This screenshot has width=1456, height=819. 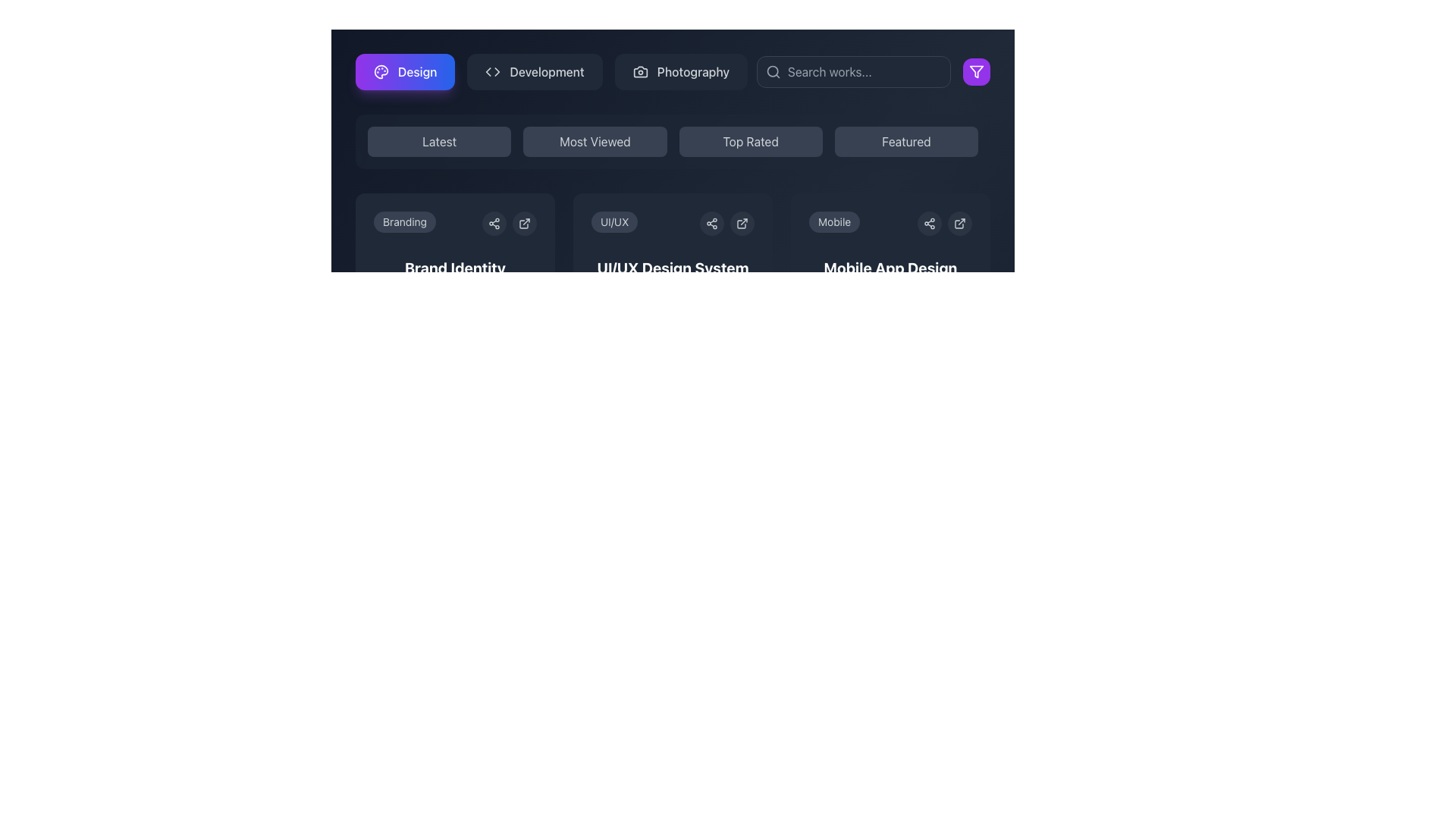 What do you see at coordinates (454, 268) in the screenshot?
I see `text from the 'Brand Identity' label, which is displayed in a bold, large font with a color transition effect on hover` at bounding box center [454, 268].